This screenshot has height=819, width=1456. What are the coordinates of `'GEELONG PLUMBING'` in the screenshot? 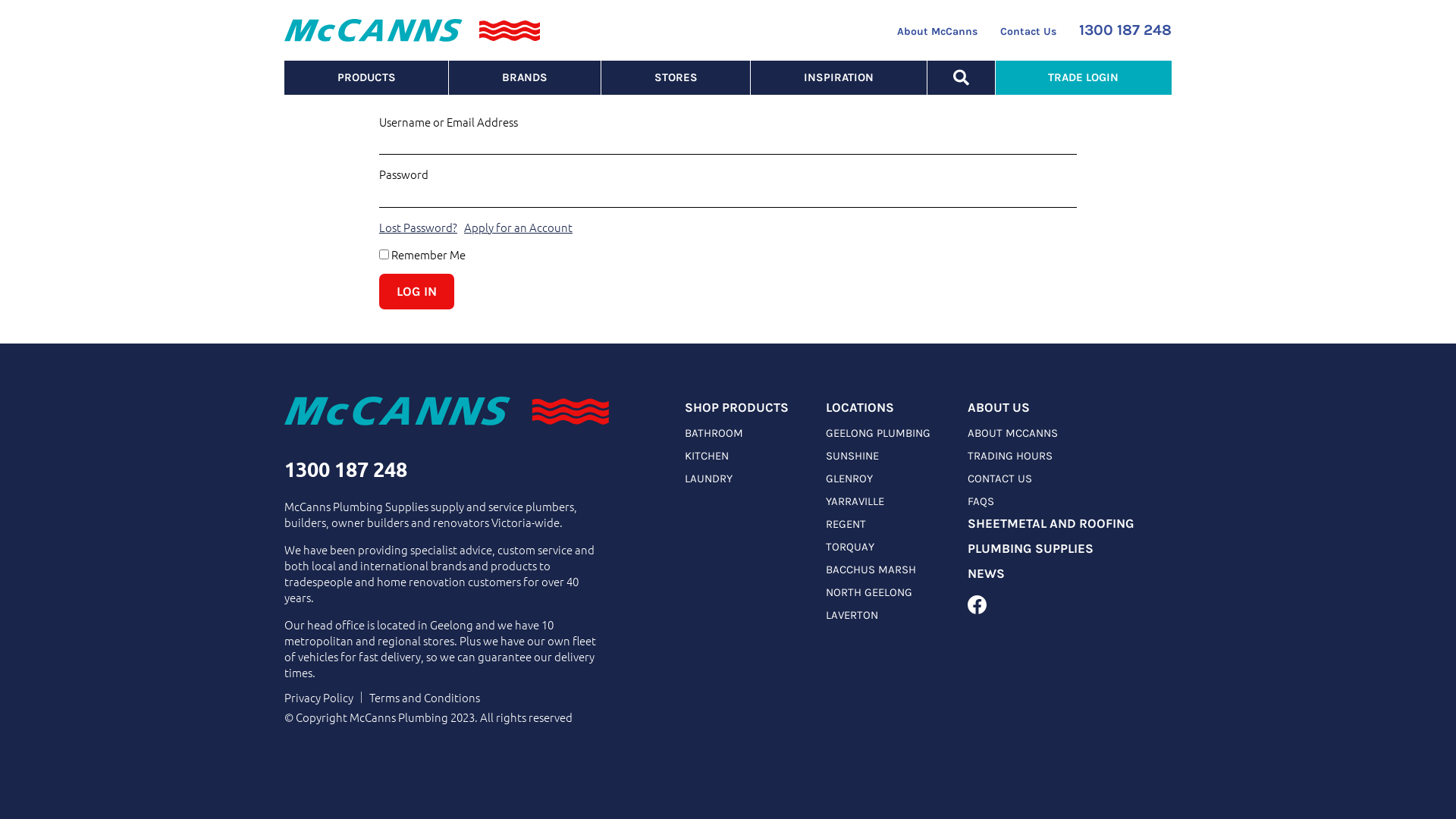 It's located at (877, 432).